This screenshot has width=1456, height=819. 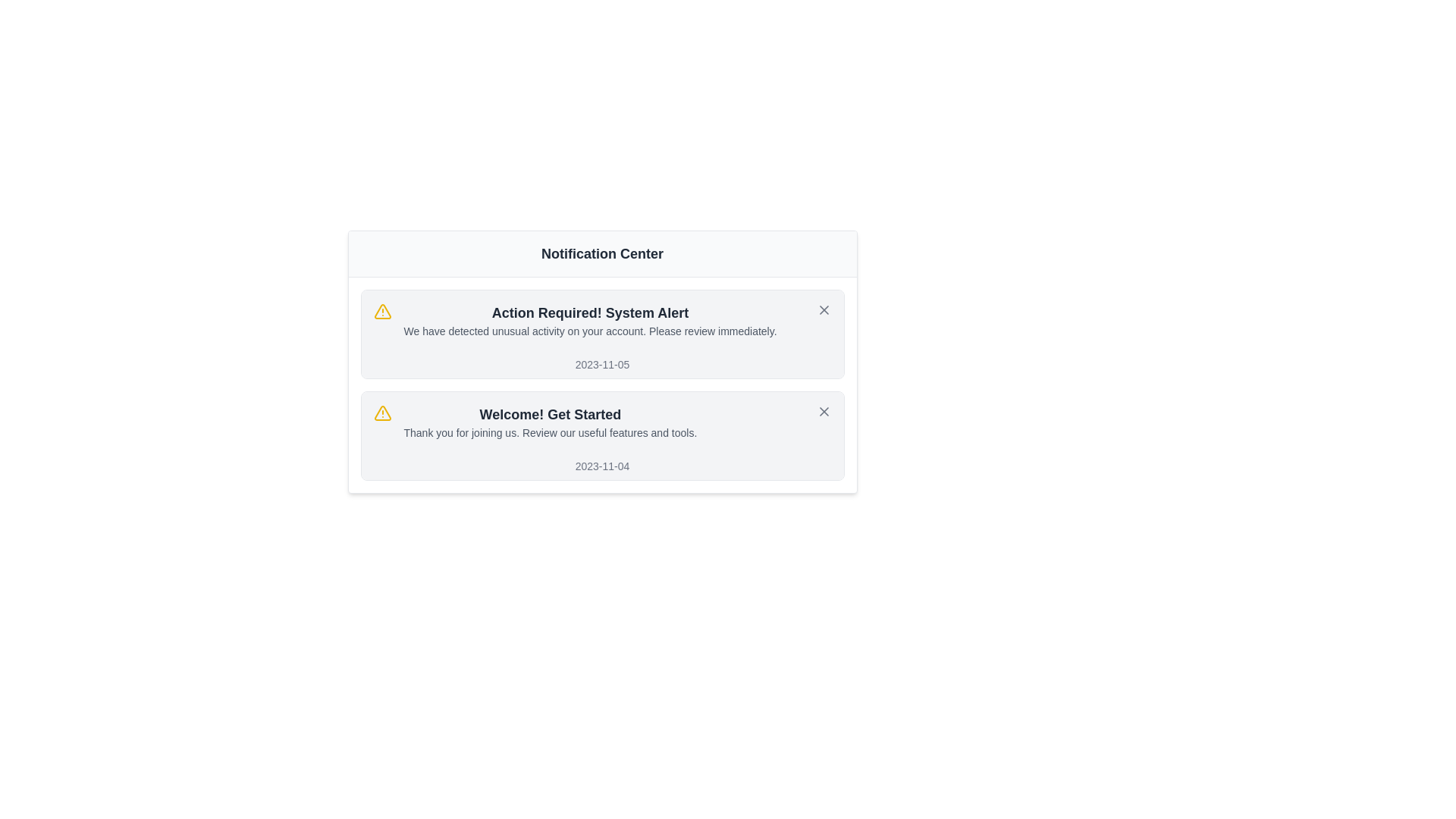 I want to click on the equilateral triangle icon with a yellow border and a white background, featuring a centrally aligned yellow exclamation mark, located in the leftmost section of the 'Welcome! Get Started' notification, so click(x=382, y=310).